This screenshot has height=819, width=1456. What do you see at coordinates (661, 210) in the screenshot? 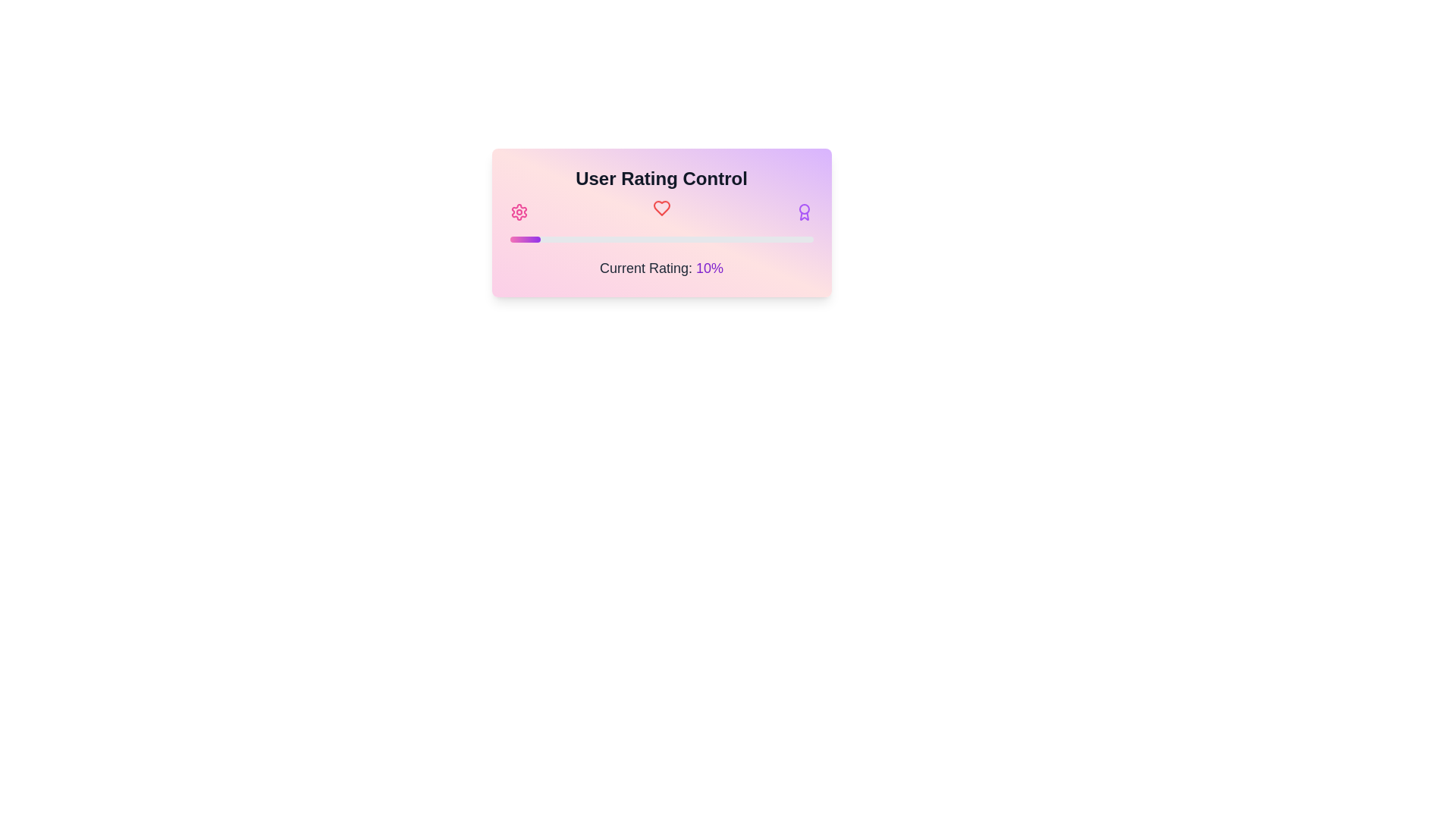
I see `the heart icon representing the favorite or like functionality, which is centered under the 'User Rating Control' title and between the gear and award icons` at bounding box center [661, 210].